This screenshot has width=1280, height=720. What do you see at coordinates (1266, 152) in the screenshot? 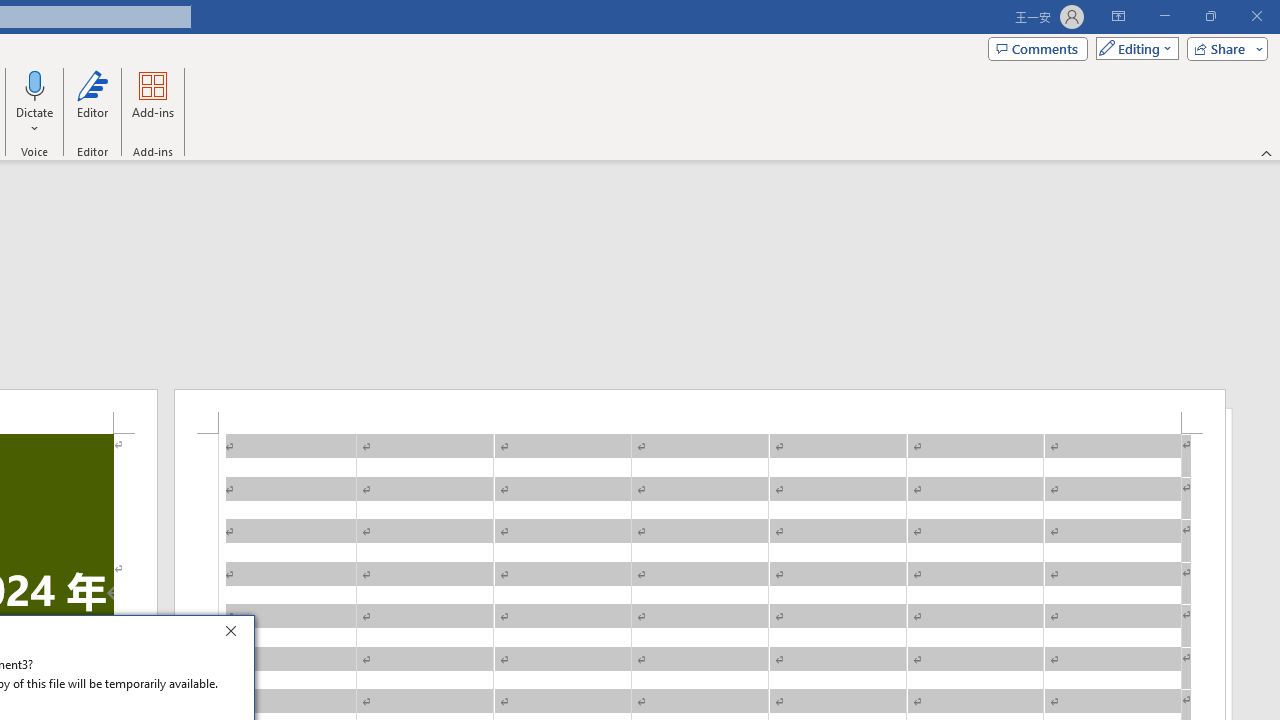
I see `'Collapse the Ribbon'` at bounding box center [1266, 152].